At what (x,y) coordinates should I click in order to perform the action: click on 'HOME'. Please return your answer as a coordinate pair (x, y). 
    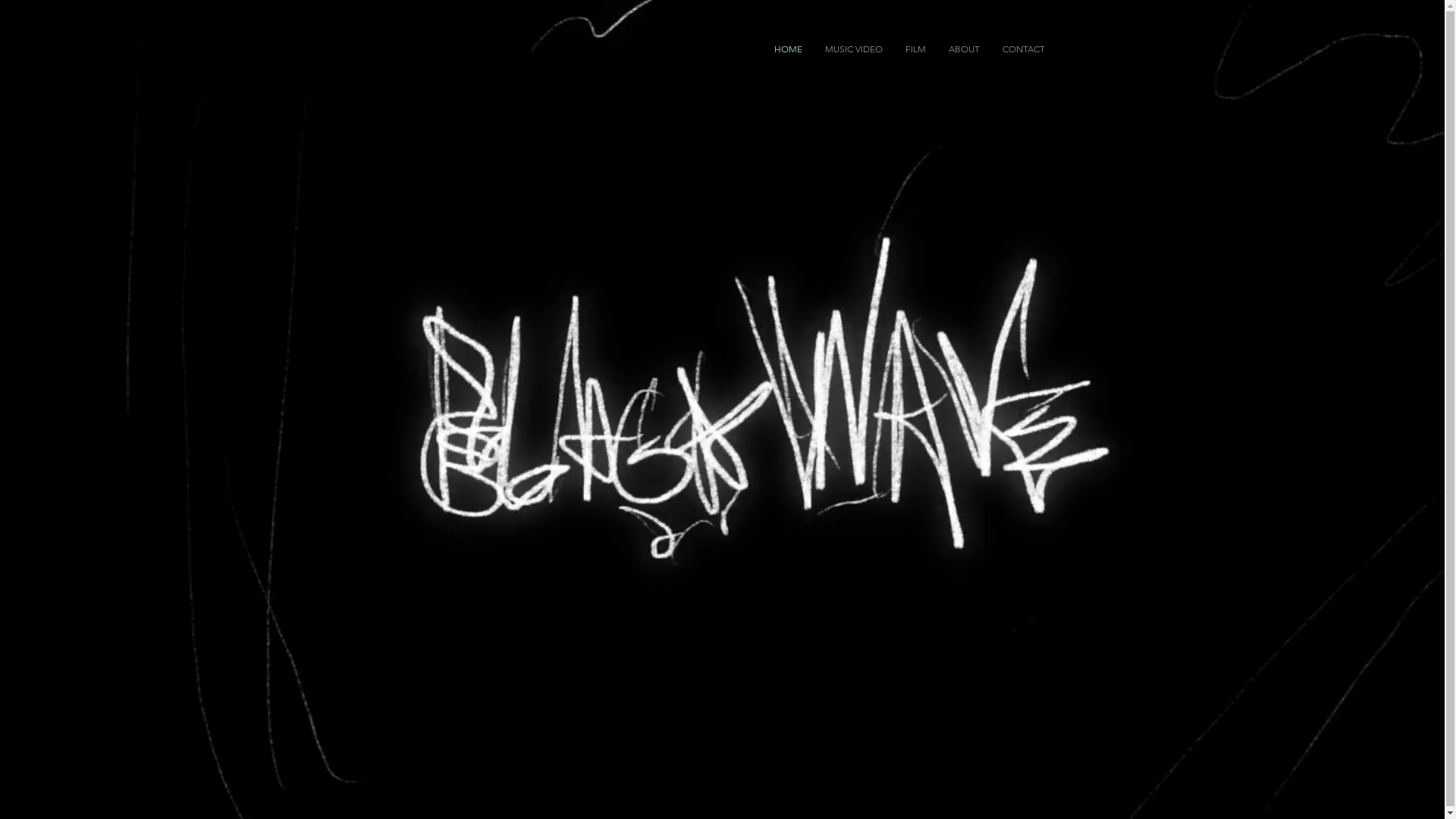
    Looking at the image, I should click on (763, 49).